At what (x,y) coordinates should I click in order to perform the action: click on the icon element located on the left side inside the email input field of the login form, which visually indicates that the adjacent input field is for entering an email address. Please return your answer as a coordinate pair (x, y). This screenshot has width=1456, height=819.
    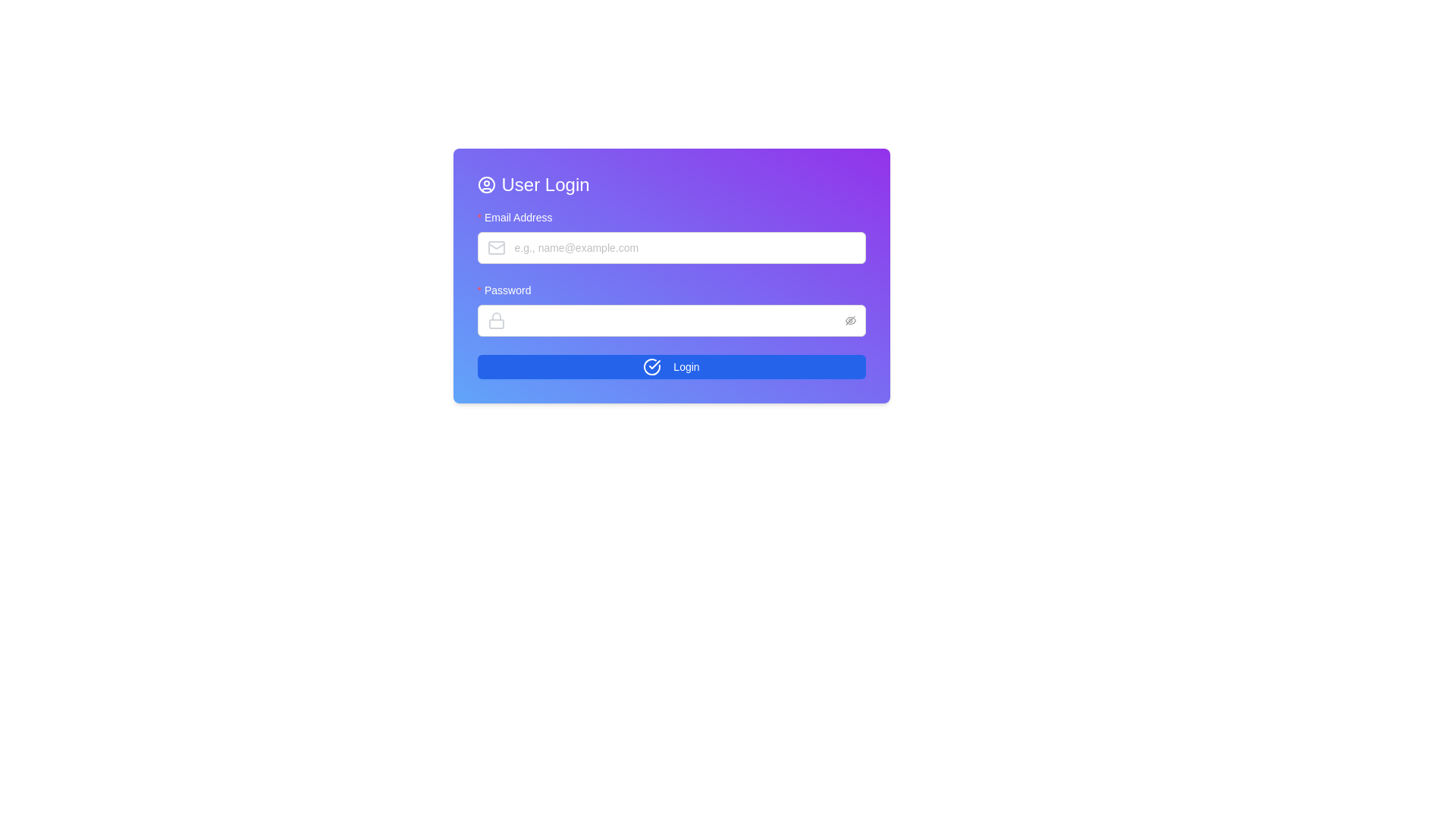
    Looking at the image, I should click on (499, 247).